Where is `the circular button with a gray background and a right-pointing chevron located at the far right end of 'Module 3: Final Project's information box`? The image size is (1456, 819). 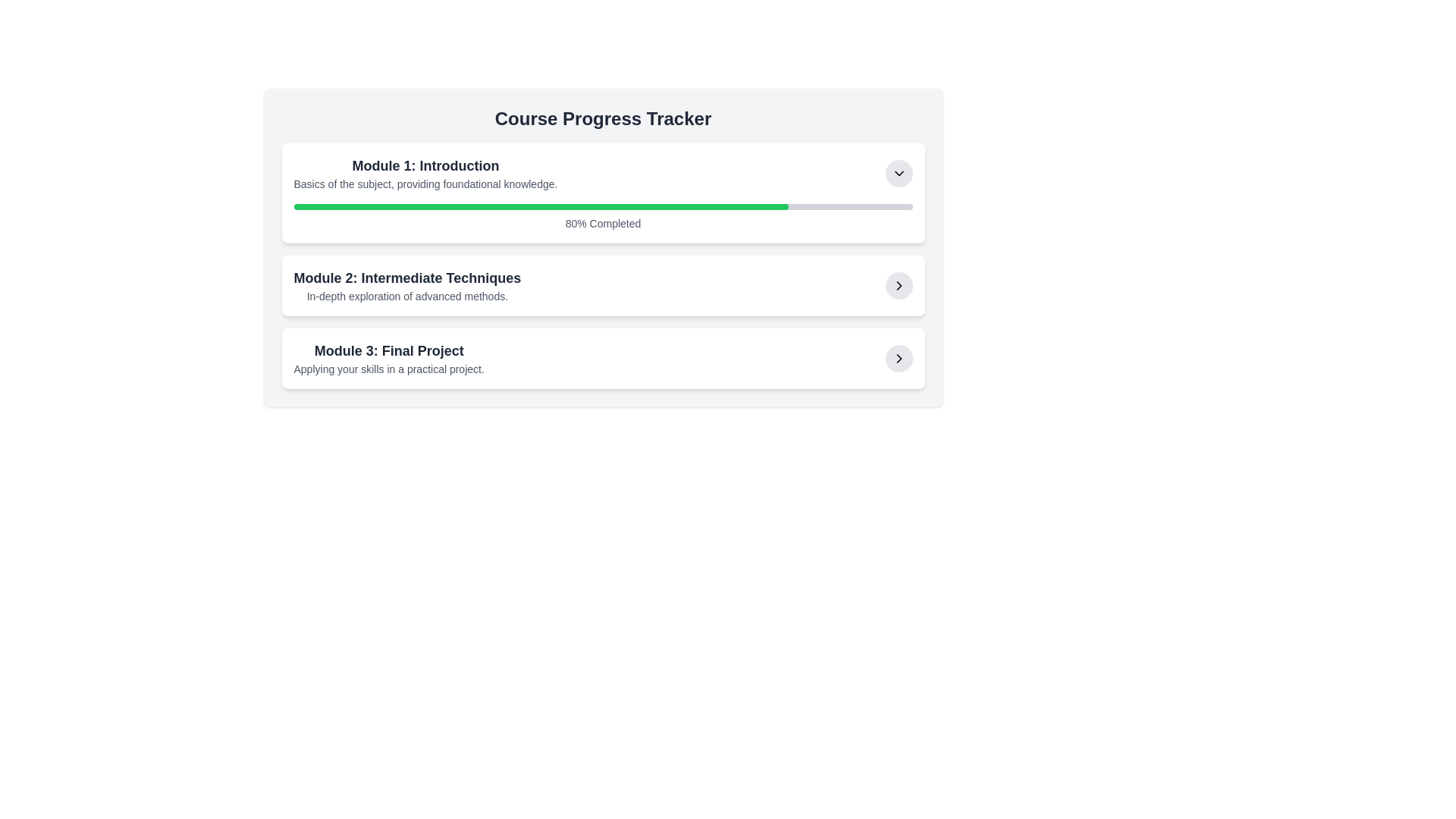 the circular button with a gray background and a right-pointing chevron located at the far right end of 'Module 3: Final Project's information box is located at coordinates (899, 359).